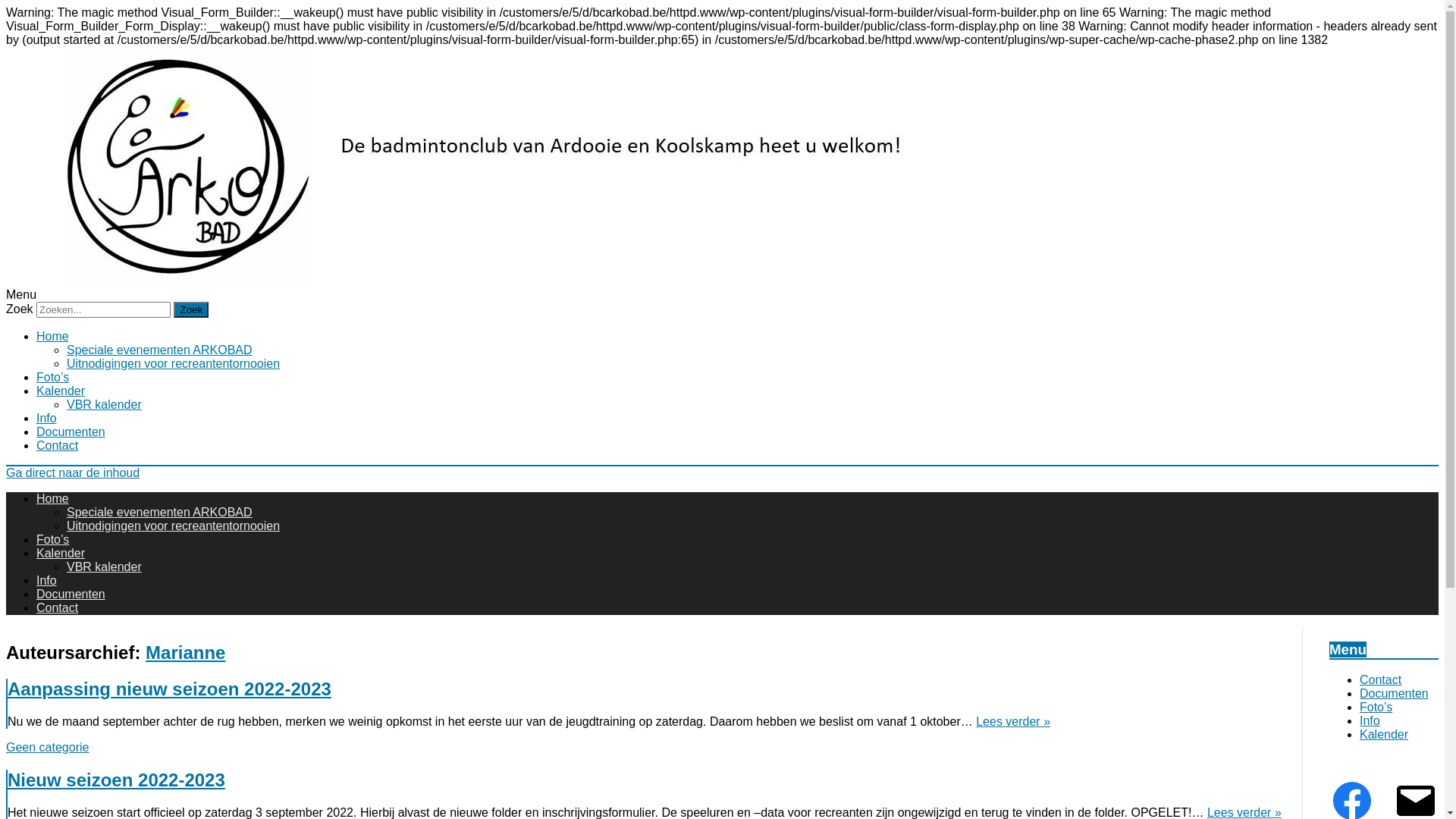  Describe the element at coordinates (6, 472) in the screenshot. I see `'Ga direct naar de inhoud'` at that location.